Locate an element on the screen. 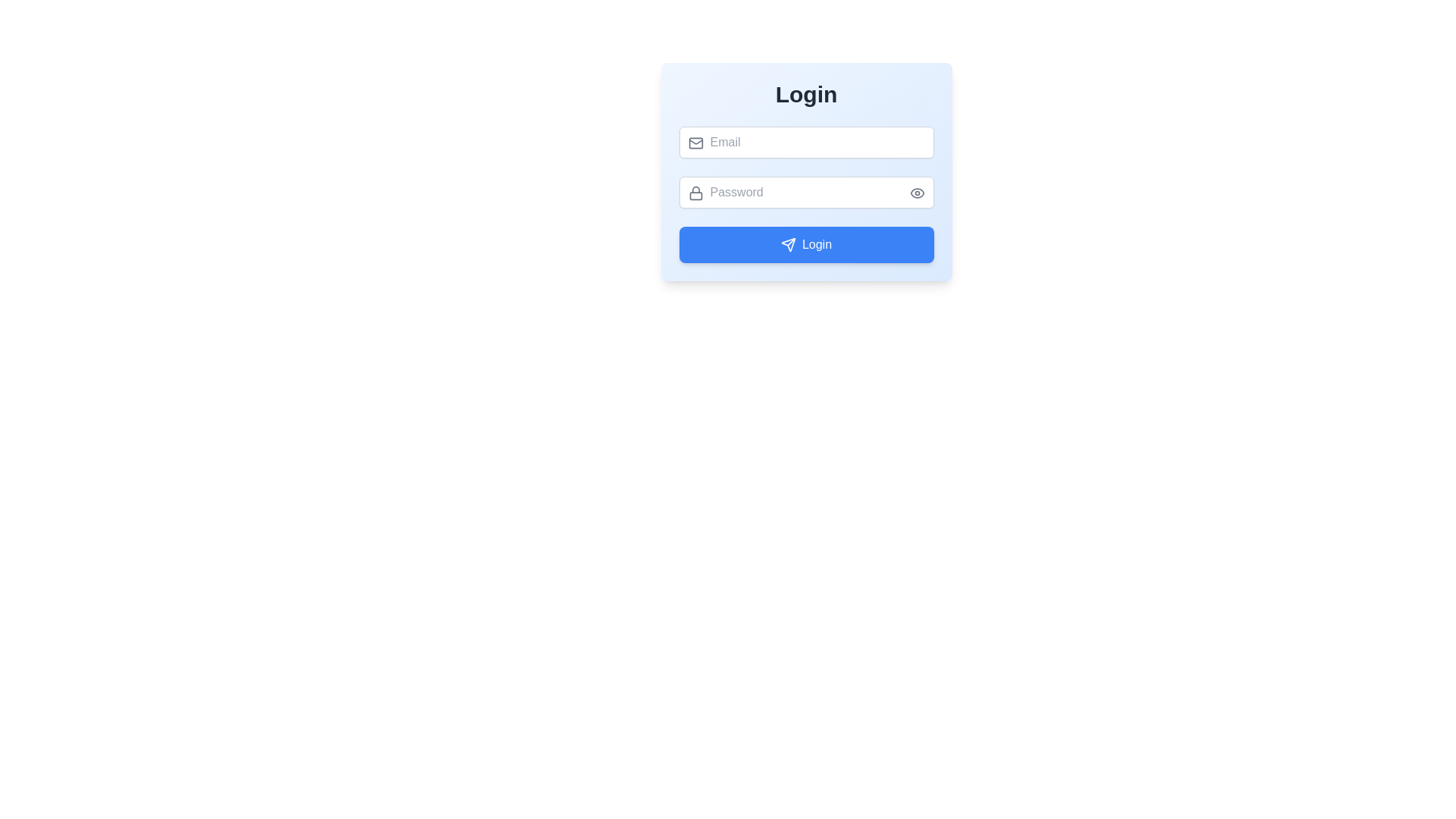 The image size is (1456, 819). the email icon, which is a simplified envelope shape with a thin gray outline, located to the left of the 'Email' input field in the login form is located at coordinates (695, 143).